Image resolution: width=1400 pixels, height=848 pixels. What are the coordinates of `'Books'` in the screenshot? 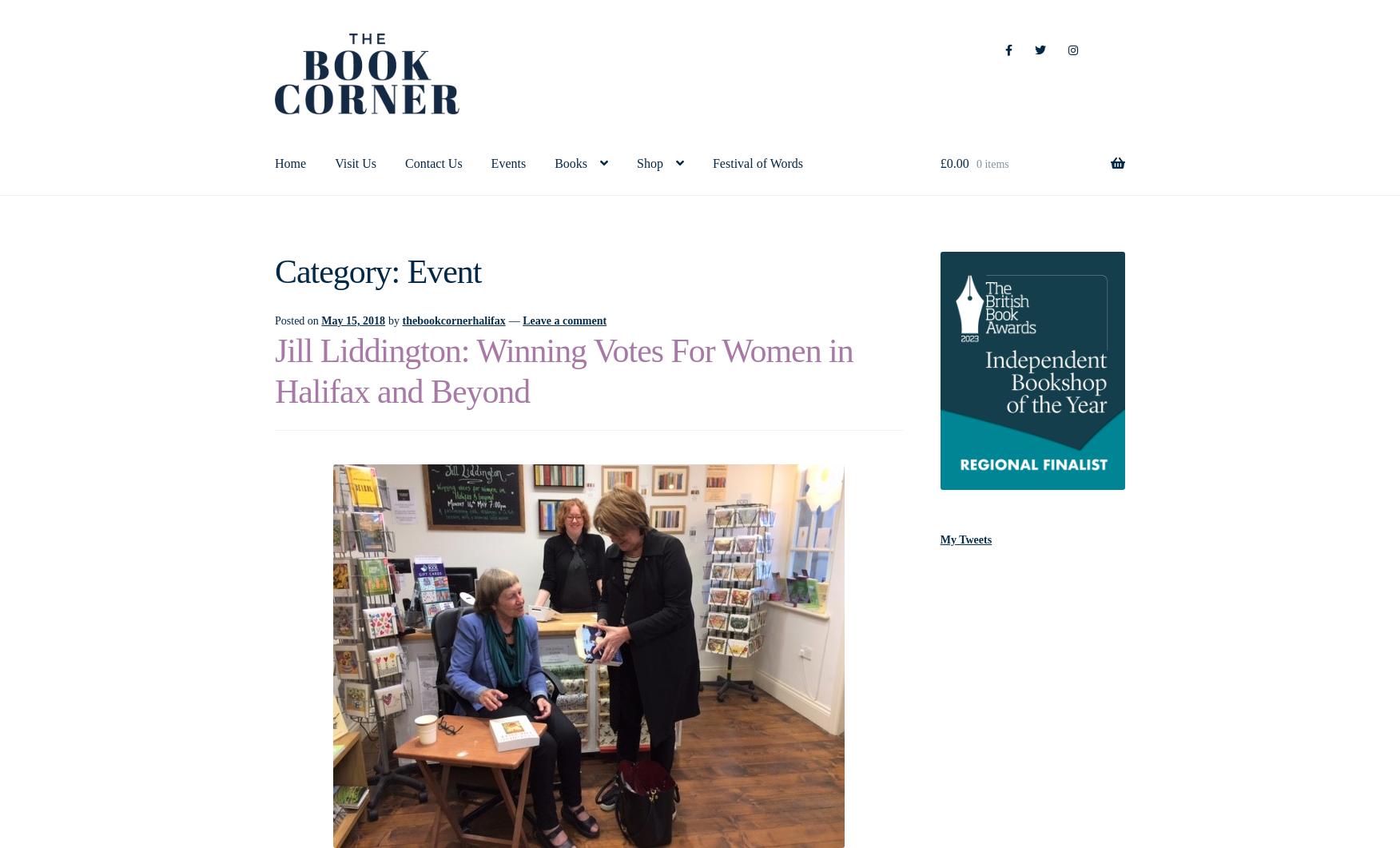 It's located at (570, 161).